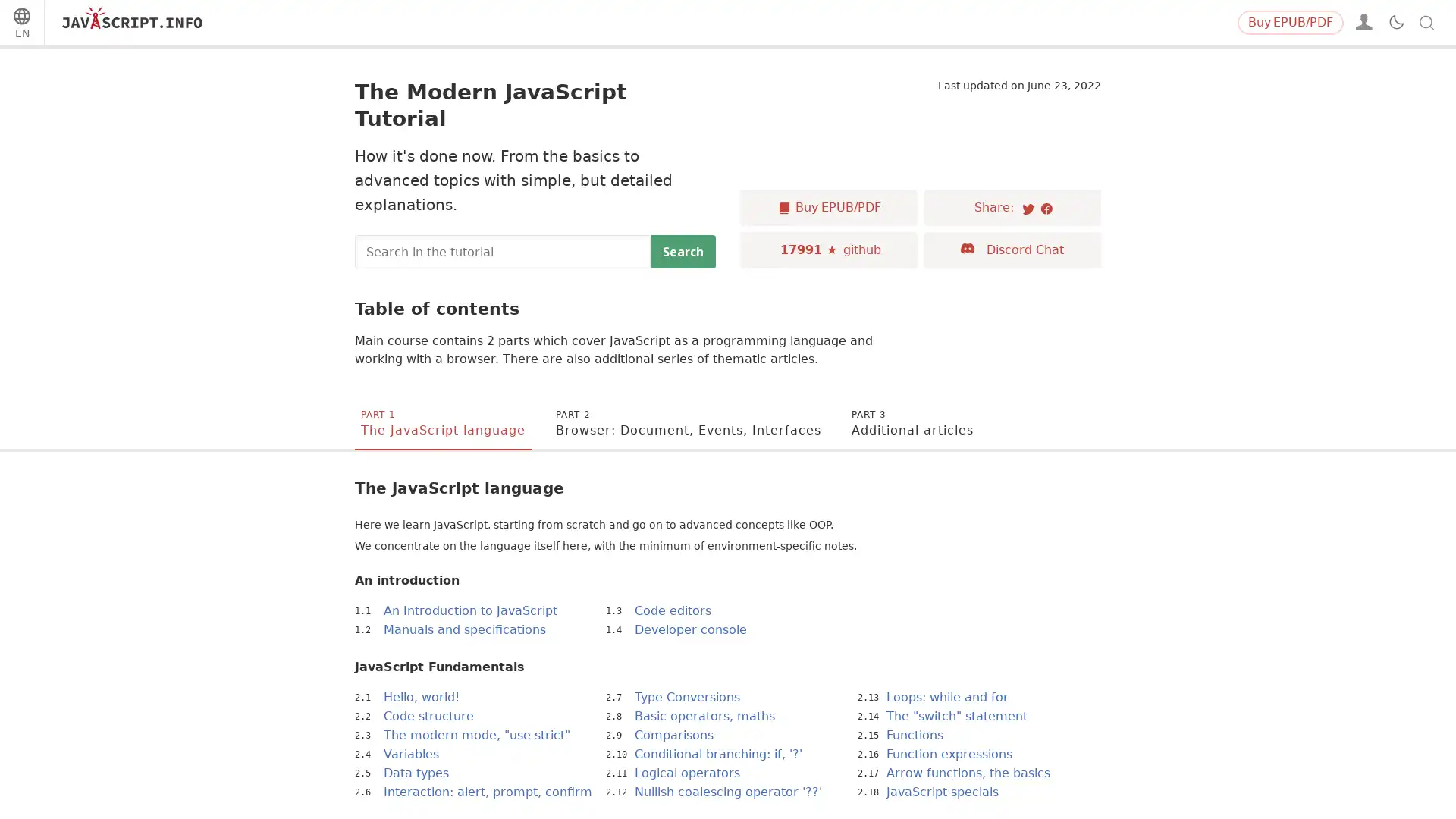 This screenshot has width=1456, height=819. Describe the element at coordinates (682, 250) in the screenshot. I see `Search` at that location.